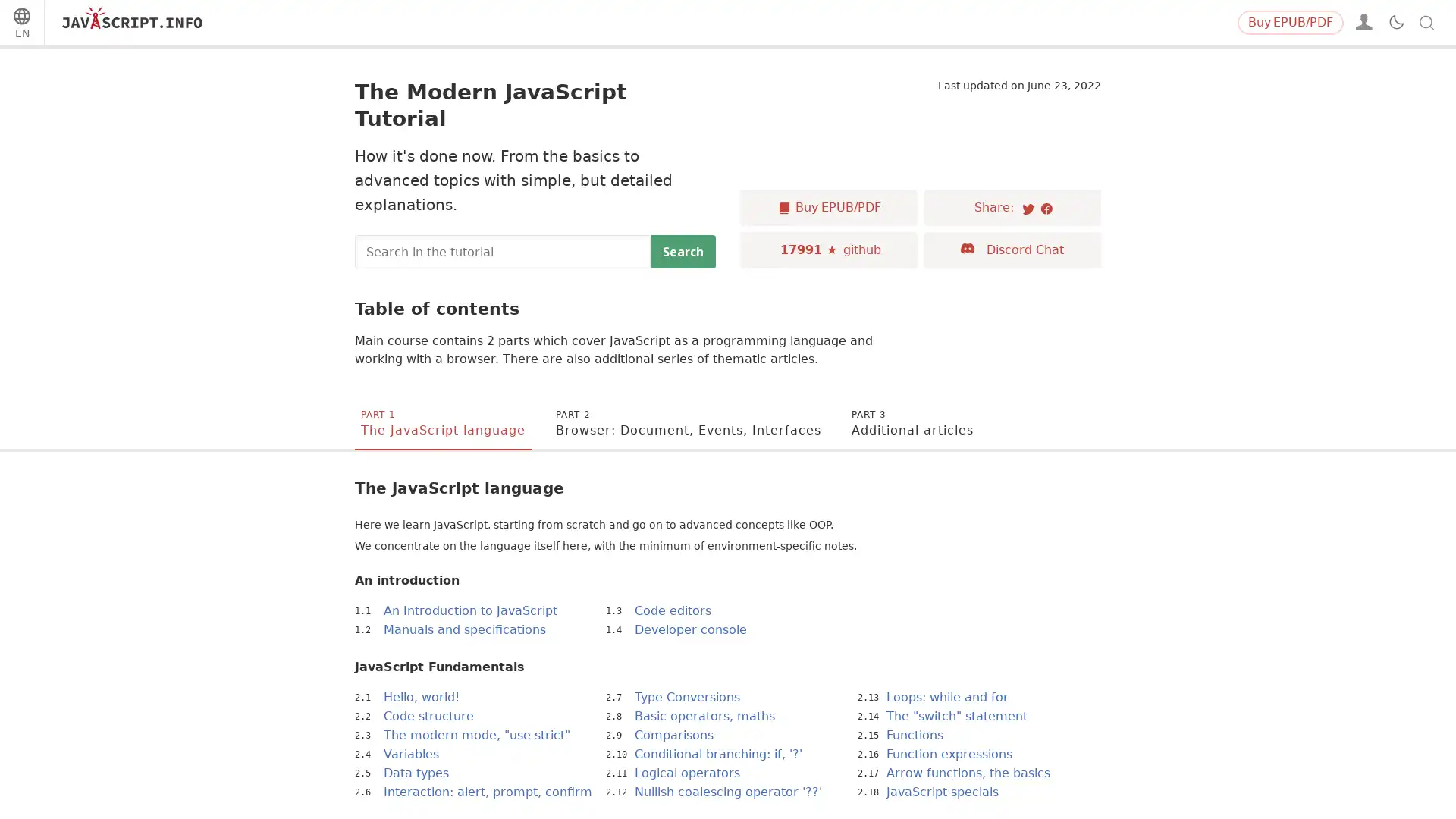 This screenshot has width=1456, height=819. Describe the element at coordinates (682, 250) in the screenshot. I see `Search` at that location.